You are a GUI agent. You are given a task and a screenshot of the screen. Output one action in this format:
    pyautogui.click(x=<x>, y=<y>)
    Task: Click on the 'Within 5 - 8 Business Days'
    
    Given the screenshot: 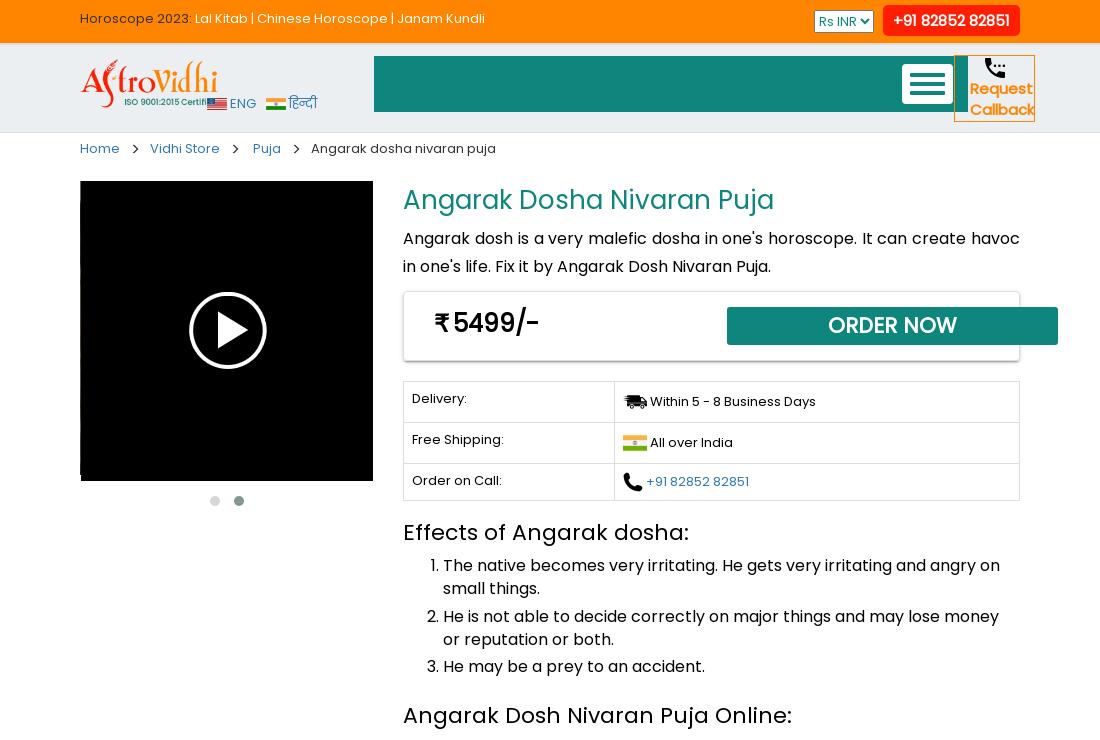 What is the action you would take?
    pyautogui.click(x=729, y=399)
    